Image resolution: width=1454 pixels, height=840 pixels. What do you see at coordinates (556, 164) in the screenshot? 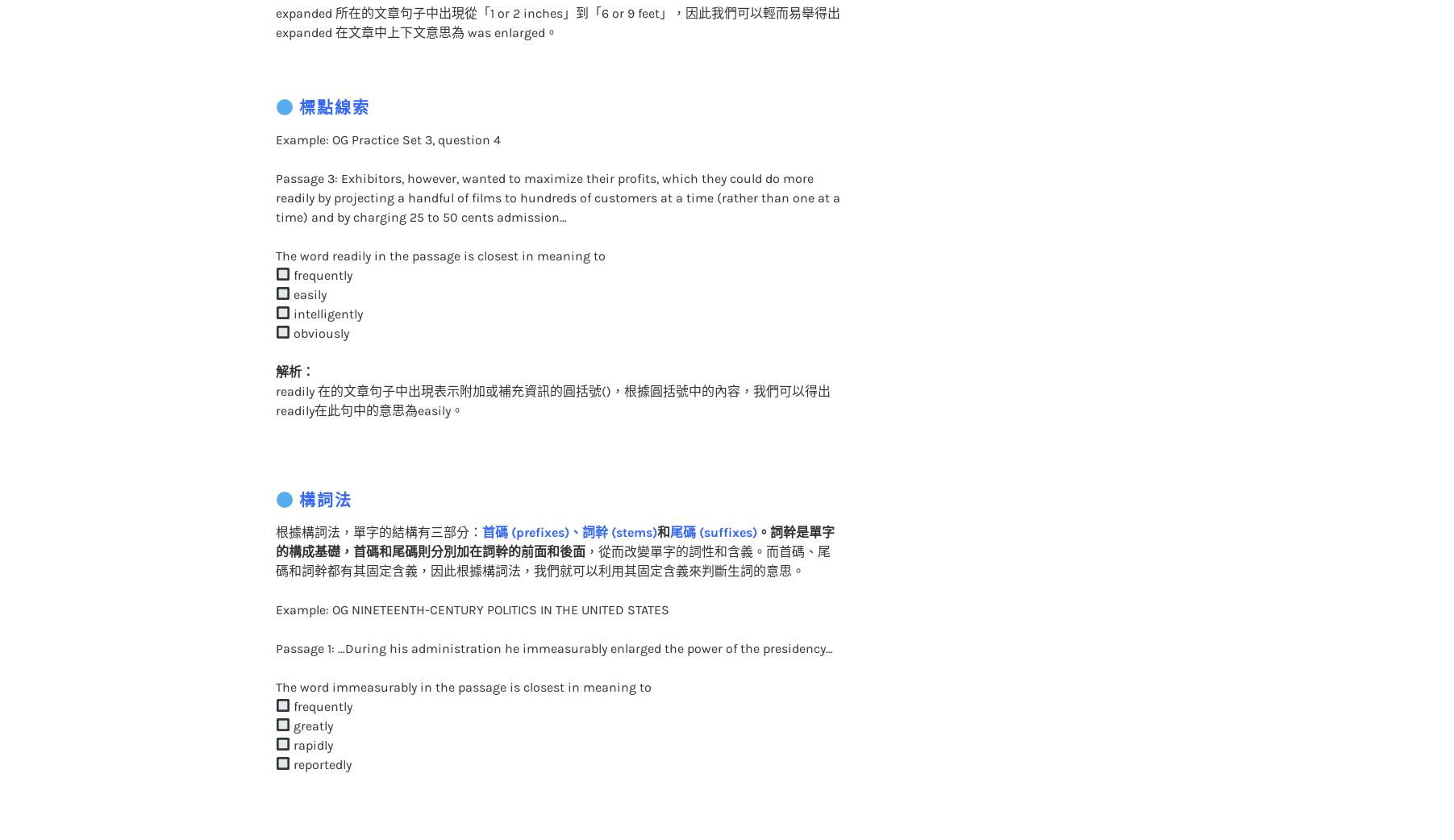
I see `'Passage 3: Exhibitors, however, wanted to maximize their profits, which they could do more readily by projecting a handful of films to hundreds of customers at a time (rather than one at a time) and by charging 25 to 50 cents admission…'` at bounding box center [556, 164].